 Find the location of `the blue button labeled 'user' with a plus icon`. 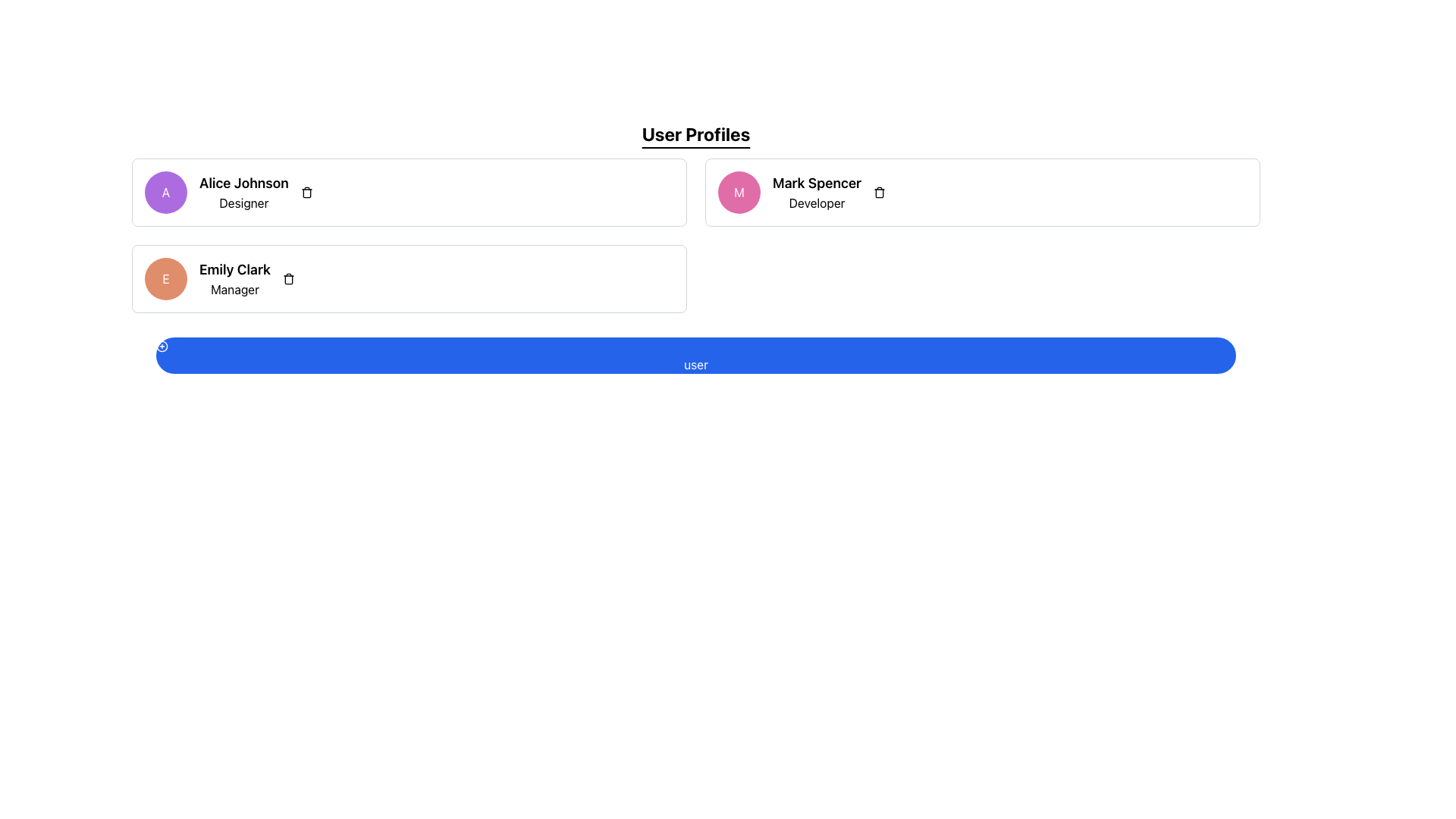

the blue button labeled 'user' with a plus icon is located at coordinates (695, 356).